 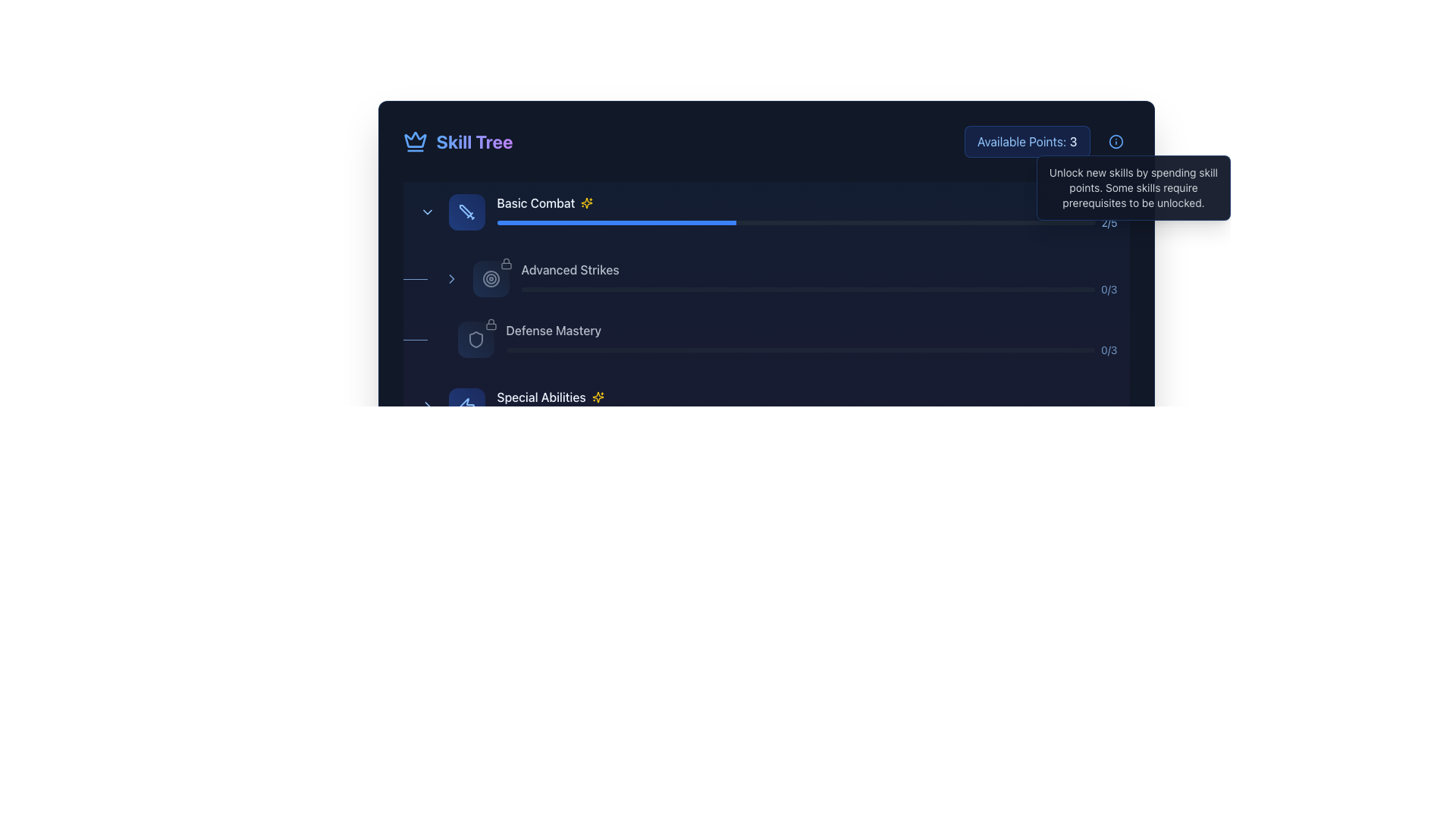 I want to click on the progress bar for 'Basic Combat', so click(x=806, y=212).